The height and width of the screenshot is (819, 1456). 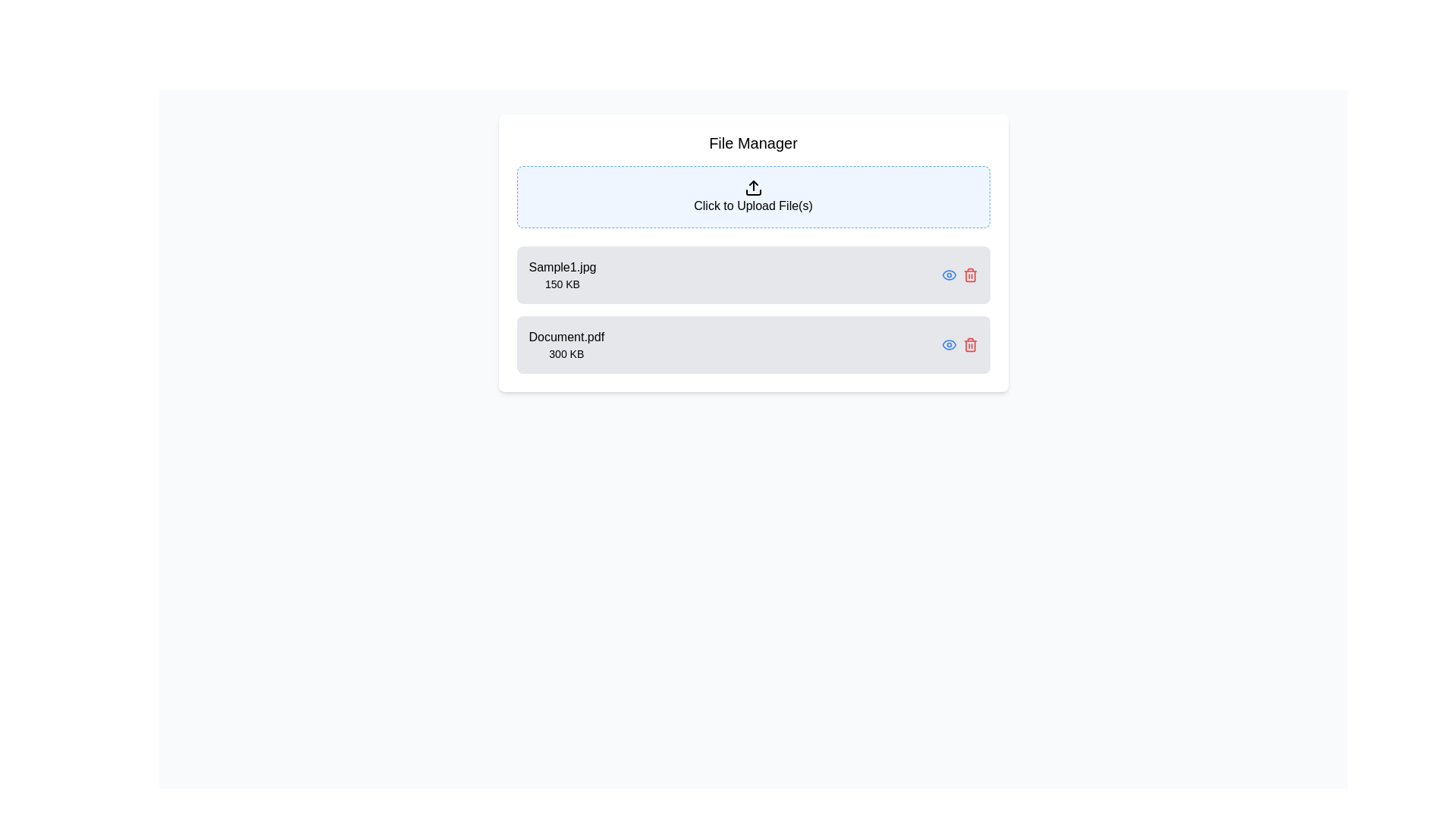 I want to click on the file upload button located in the 'File Manager' card, positioned centrally above the file entries 'Sample1.jpg' and 'Document.pdf', so click(x=753, y=196).